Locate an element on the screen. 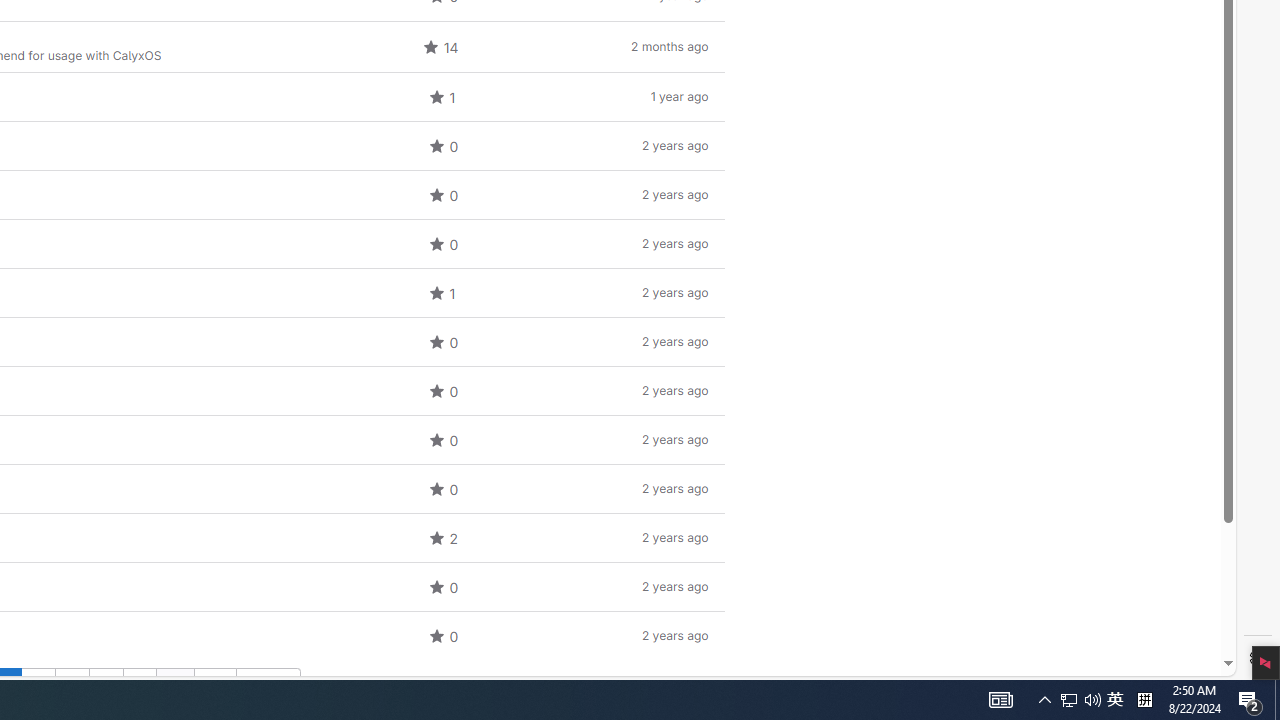  'Go to page 2' is located at coordinates (38, 684).